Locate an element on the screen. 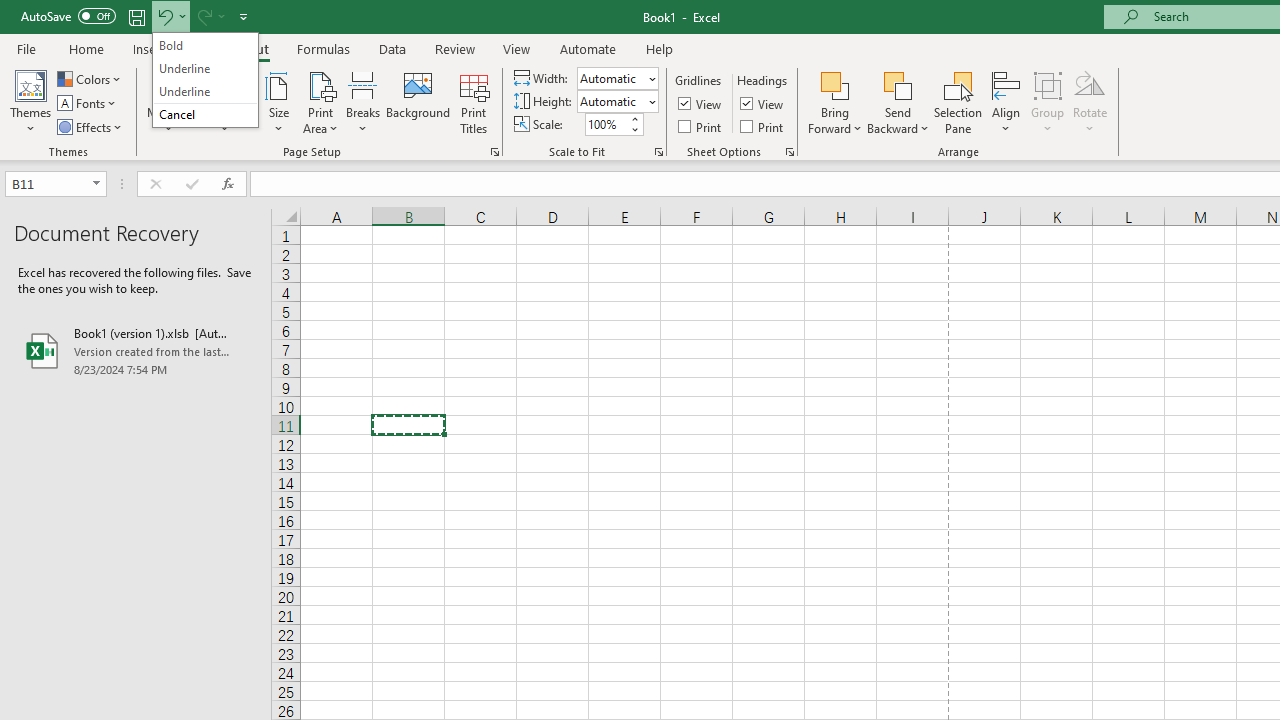  'Sheet Options' is located at coordinates (788, 150).